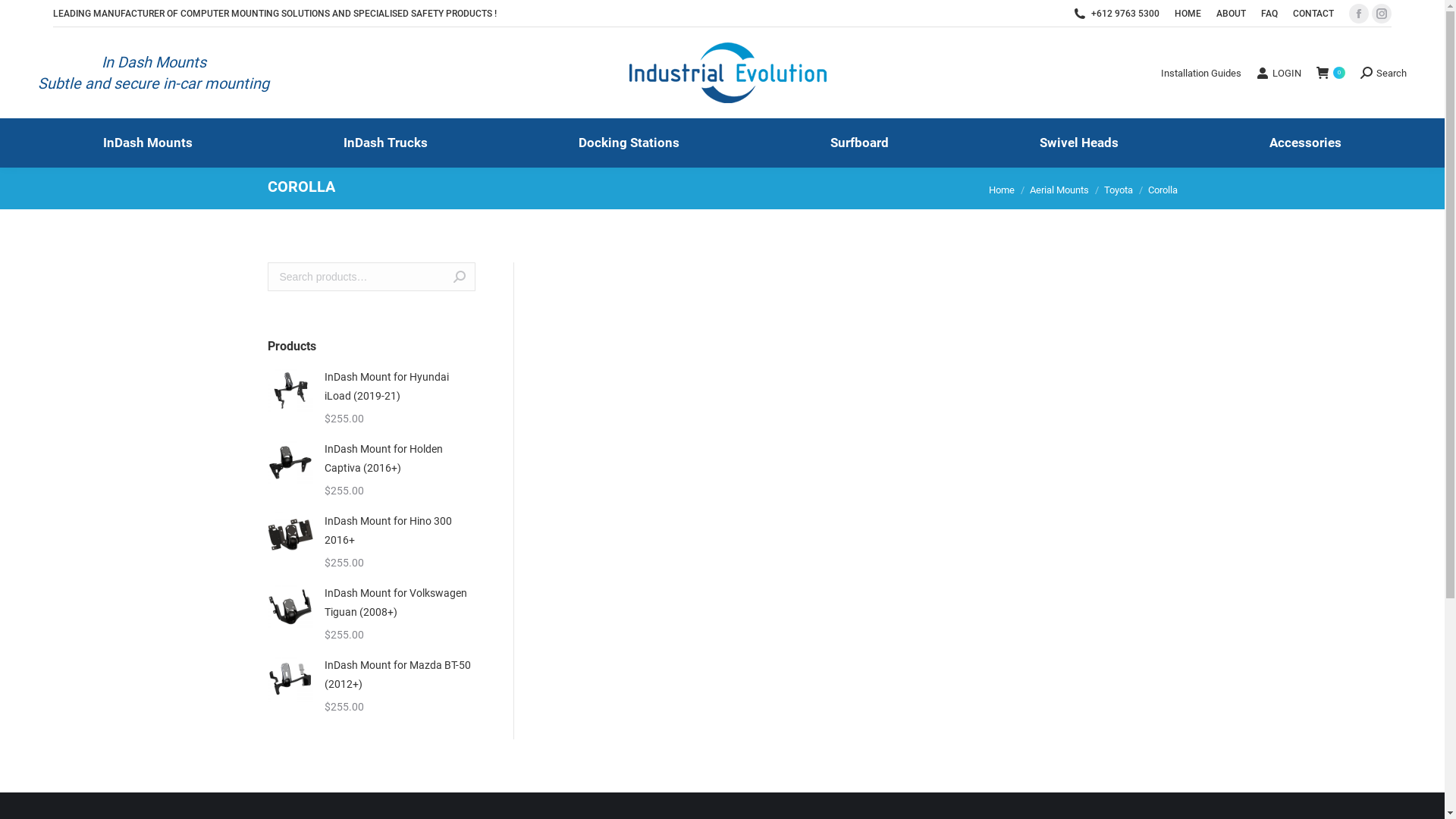 This screenshot has height=819, width=1456. Describe the element at coordinates (1125, 14) in the screenshot. I see `'+612 9763 5300'` at that location.